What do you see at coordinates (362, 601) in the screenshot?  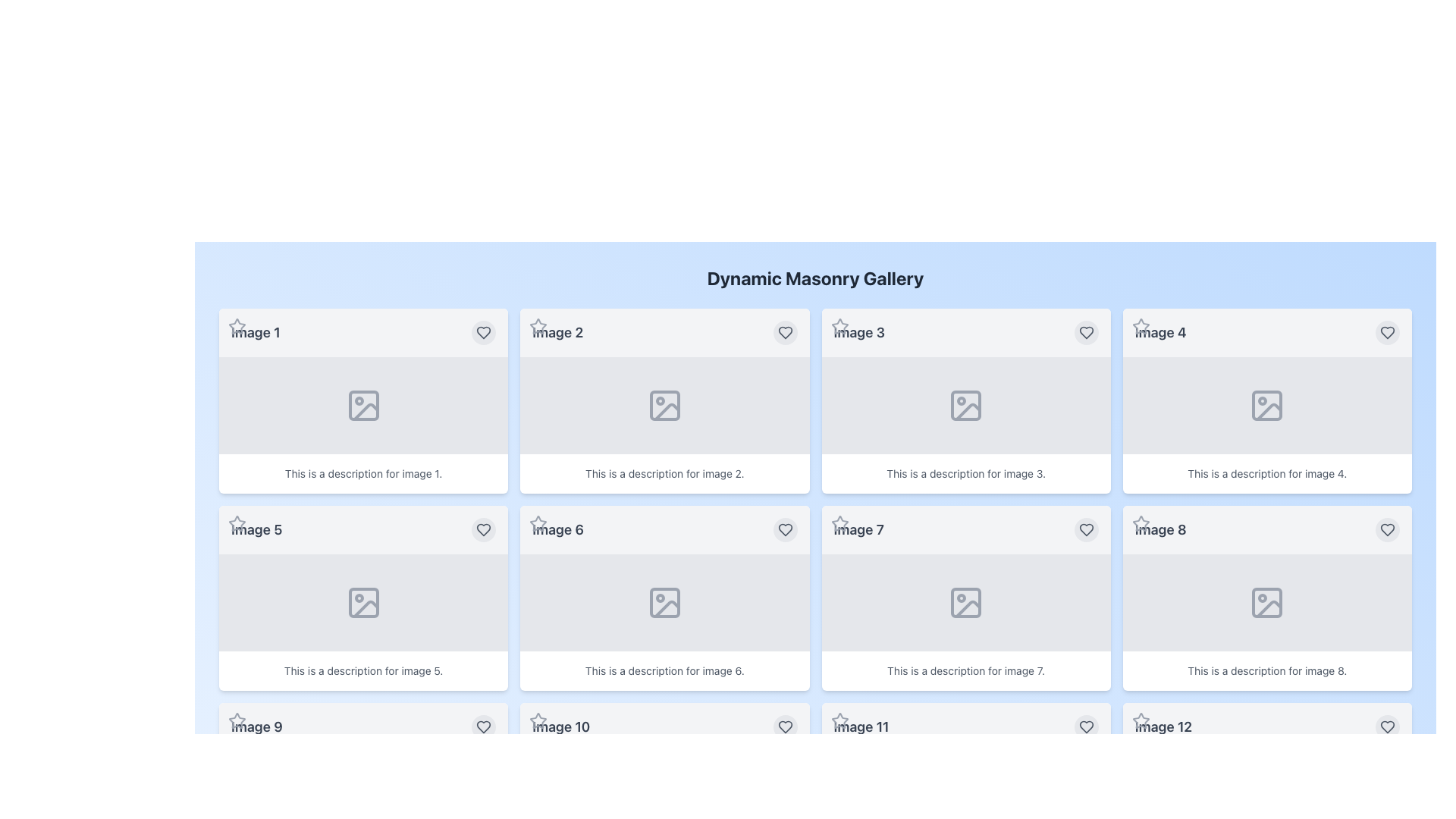 I see `the image placeholder icon located at the center of the card titled 'Image 5' in the second row, first column of the dynamic masonry gallery layout` at bounding box center [362, 601].